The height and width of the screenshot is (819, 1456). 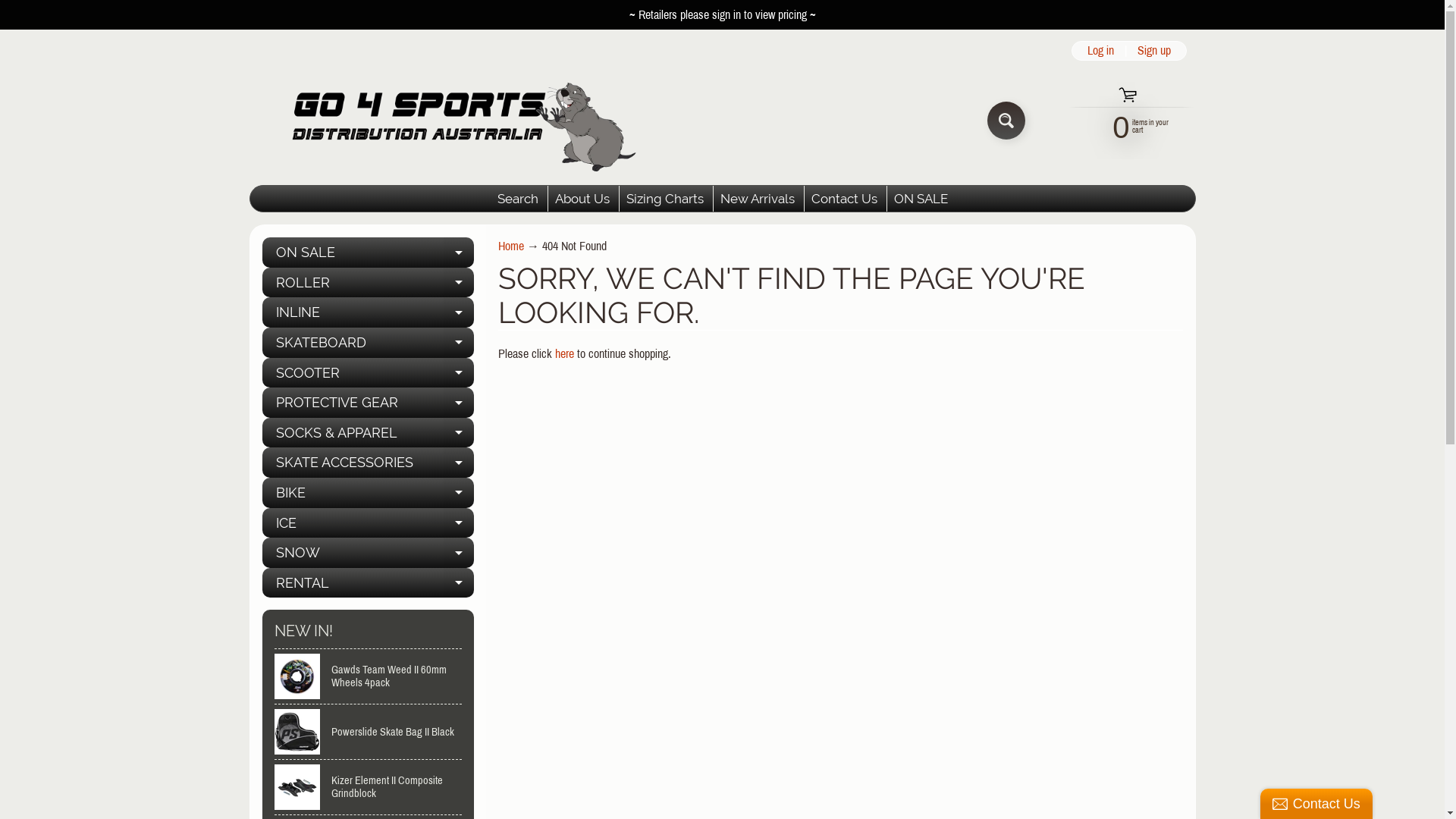 I want to click on 'ON SALE, so click(x=368, y=251).